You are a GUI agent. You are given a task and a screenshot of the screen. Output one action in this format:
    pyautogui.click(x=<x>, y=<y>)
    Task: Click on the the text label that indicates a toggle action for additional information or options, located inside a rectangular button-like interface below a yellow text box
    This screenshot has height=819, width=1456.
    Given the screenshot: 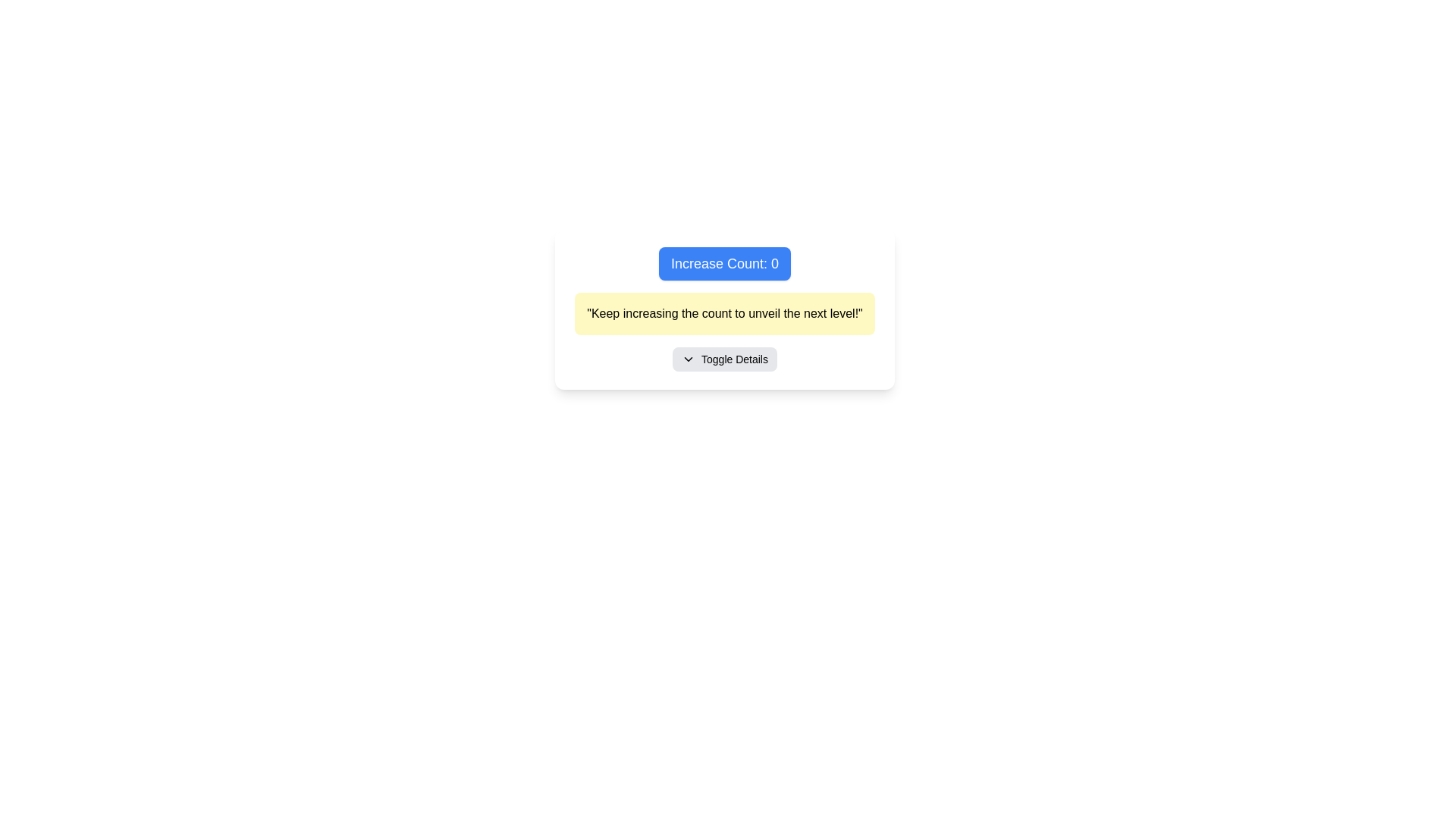 What is the action you would take?
    pyautogui.click(x=735, y=359)
    